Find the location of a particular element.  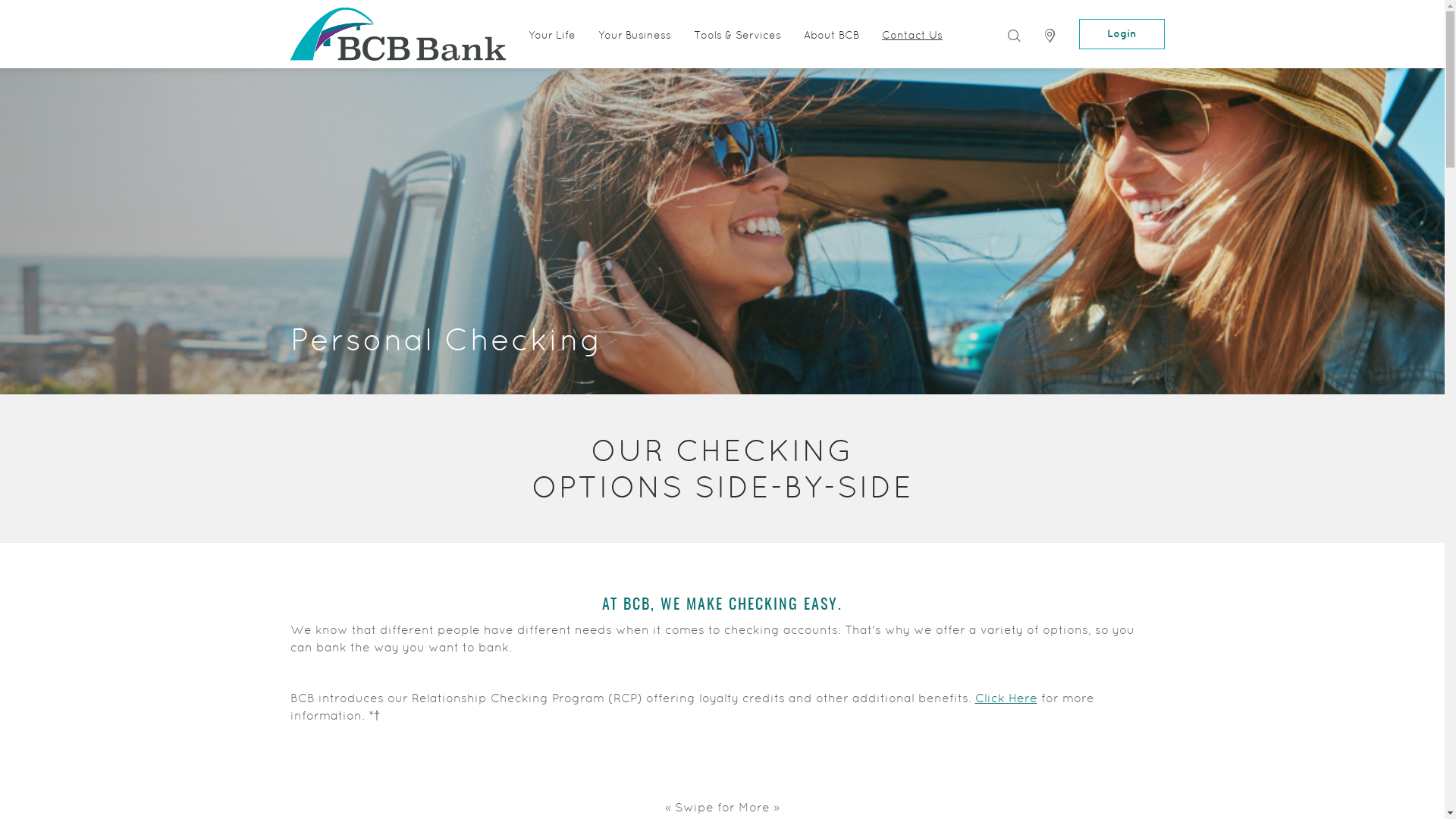

'BCB Bank, Bayonne, NJ' is located at coordinates (290, 34).